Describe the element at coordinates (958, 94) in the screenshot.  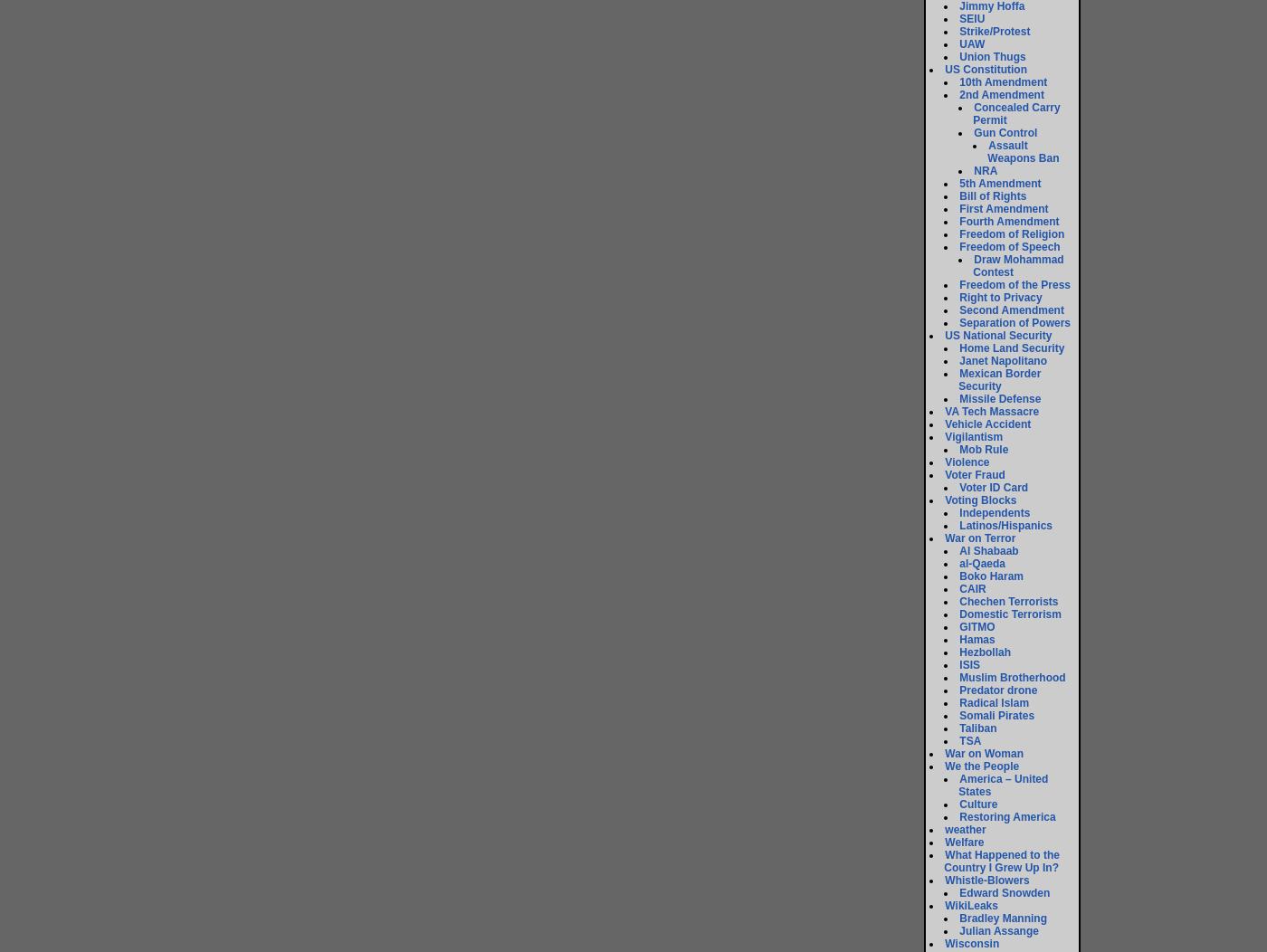
I see `'2nd Amendment'` at that location.